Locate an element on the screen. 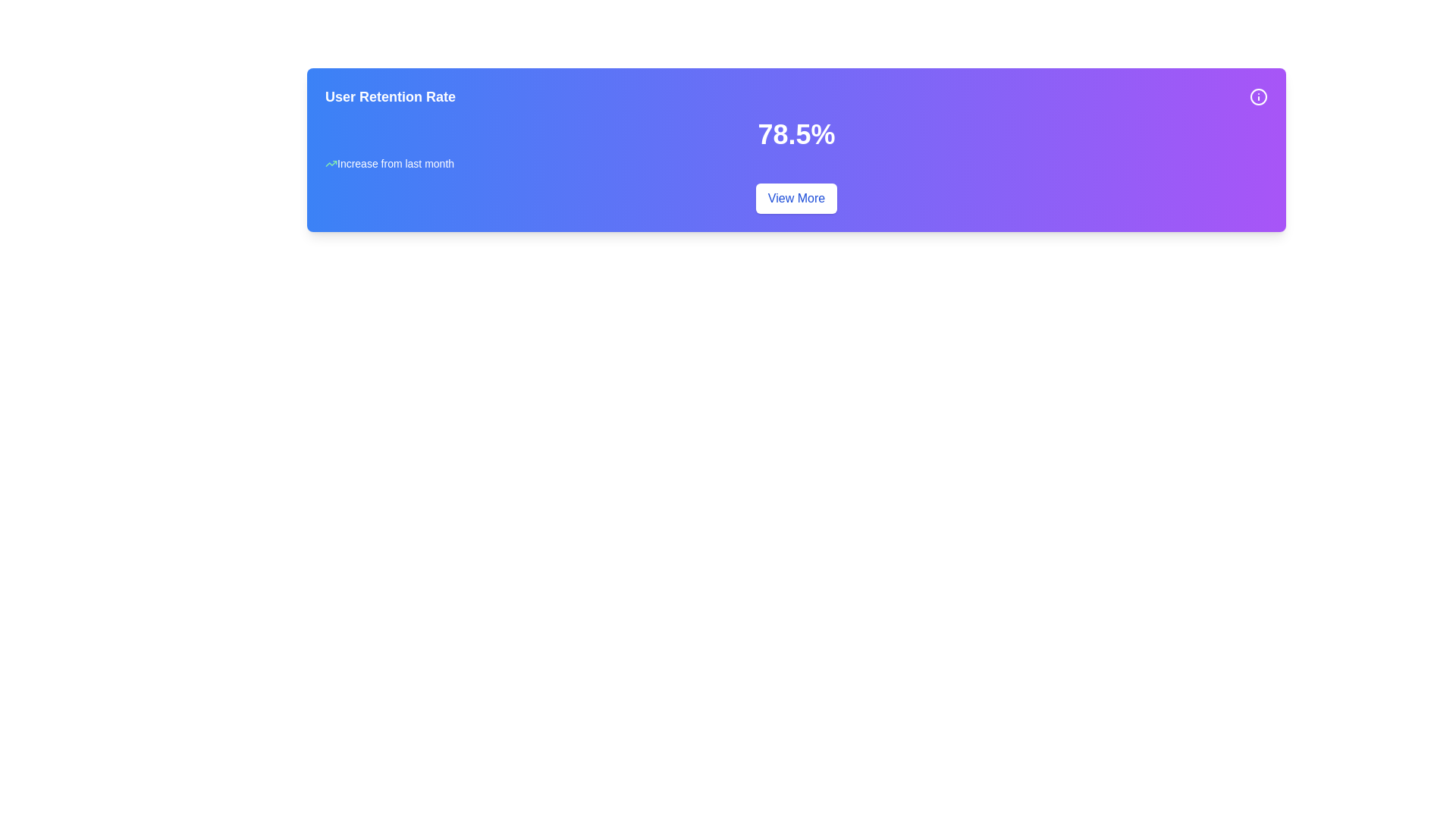  the circular icon located in the upper right corner of the gradient rectangular section is located at coordinates (1259, 96).